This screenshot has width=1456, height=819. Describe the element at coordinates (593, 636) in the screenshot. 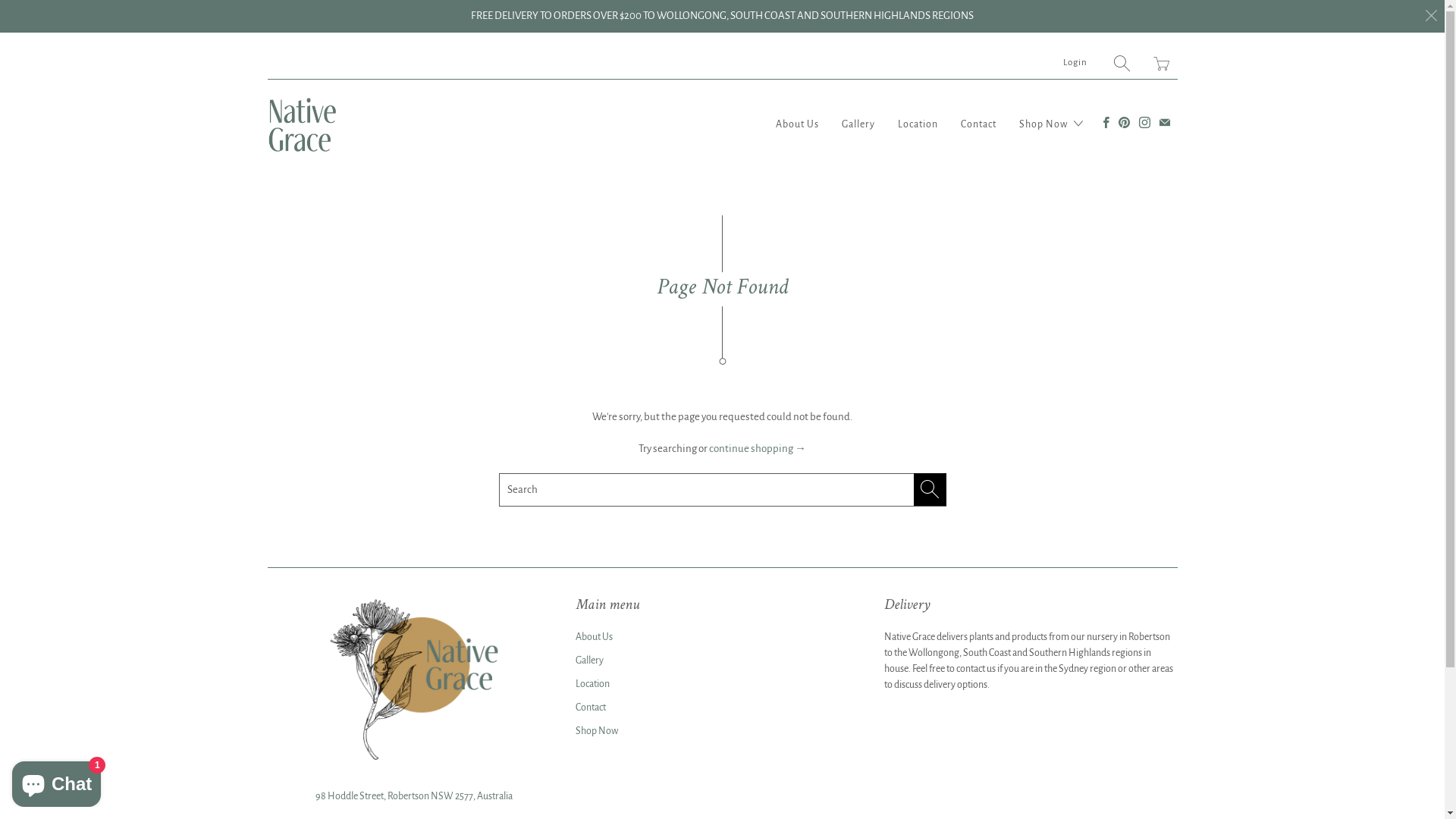

I see `'About Us'` at that location.